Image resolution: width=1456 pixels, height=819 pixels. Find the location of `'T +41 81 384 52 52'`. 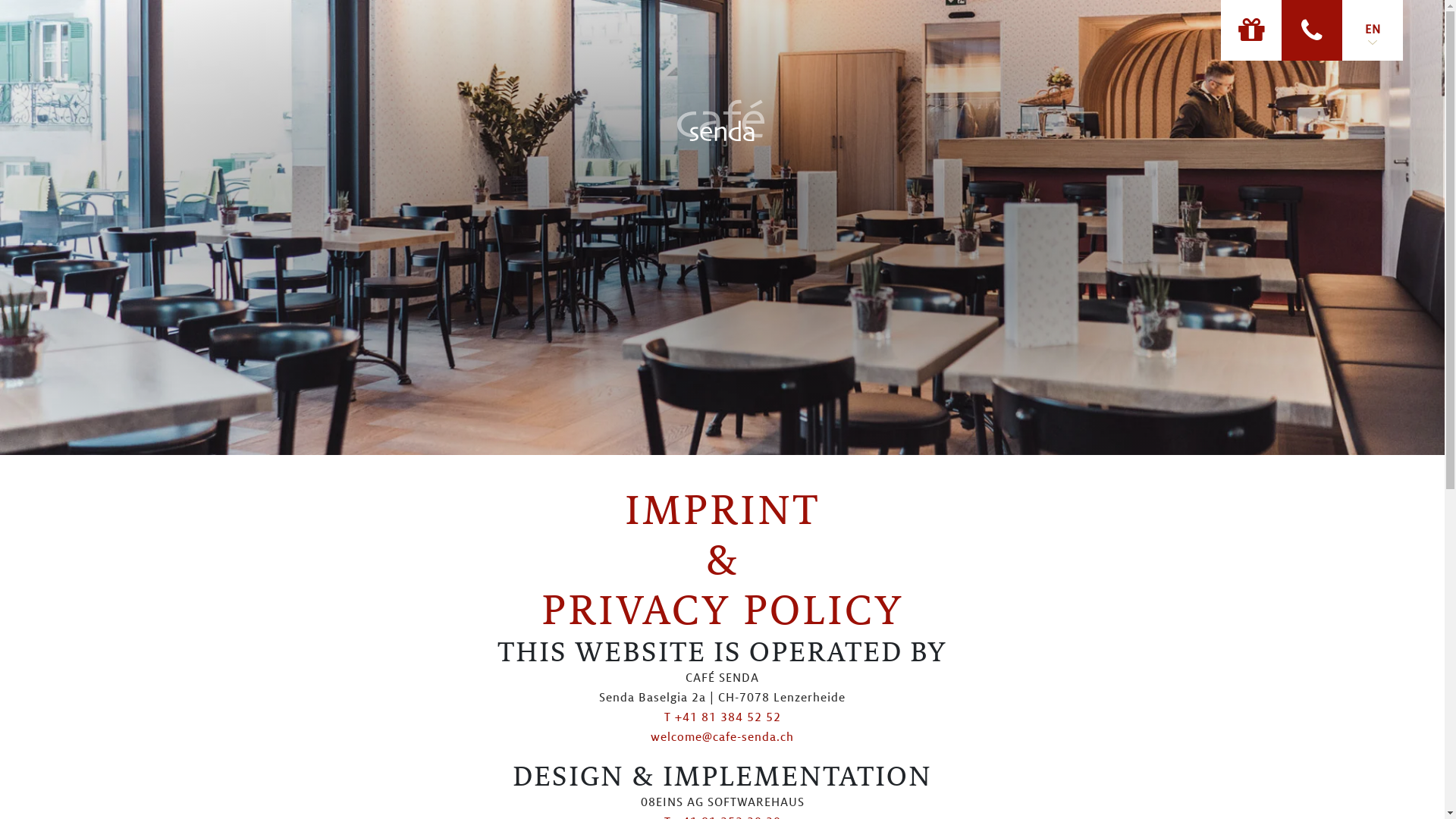

'T +41 81 384 52 52' is located at coordinates (722, 717).